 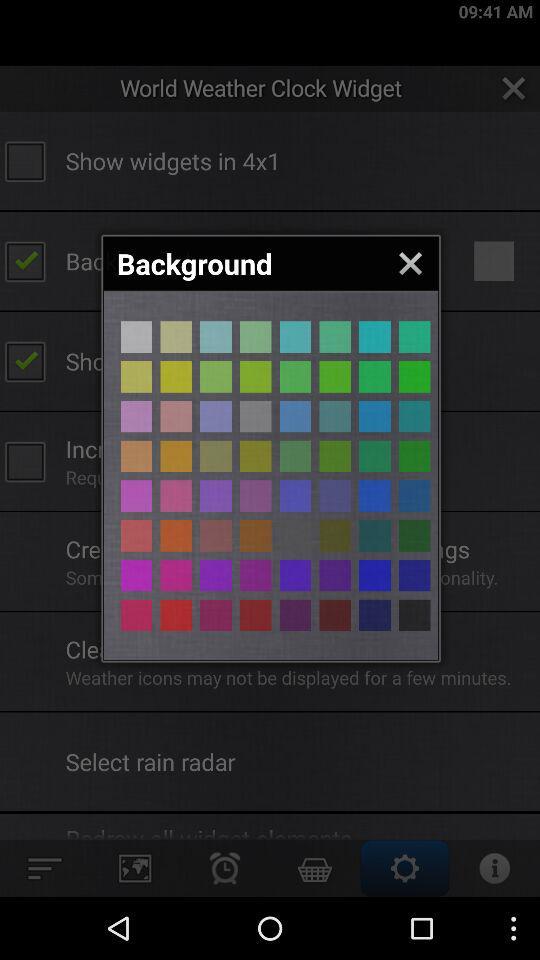 I want to click on backround button, so click(x=413, y=375).